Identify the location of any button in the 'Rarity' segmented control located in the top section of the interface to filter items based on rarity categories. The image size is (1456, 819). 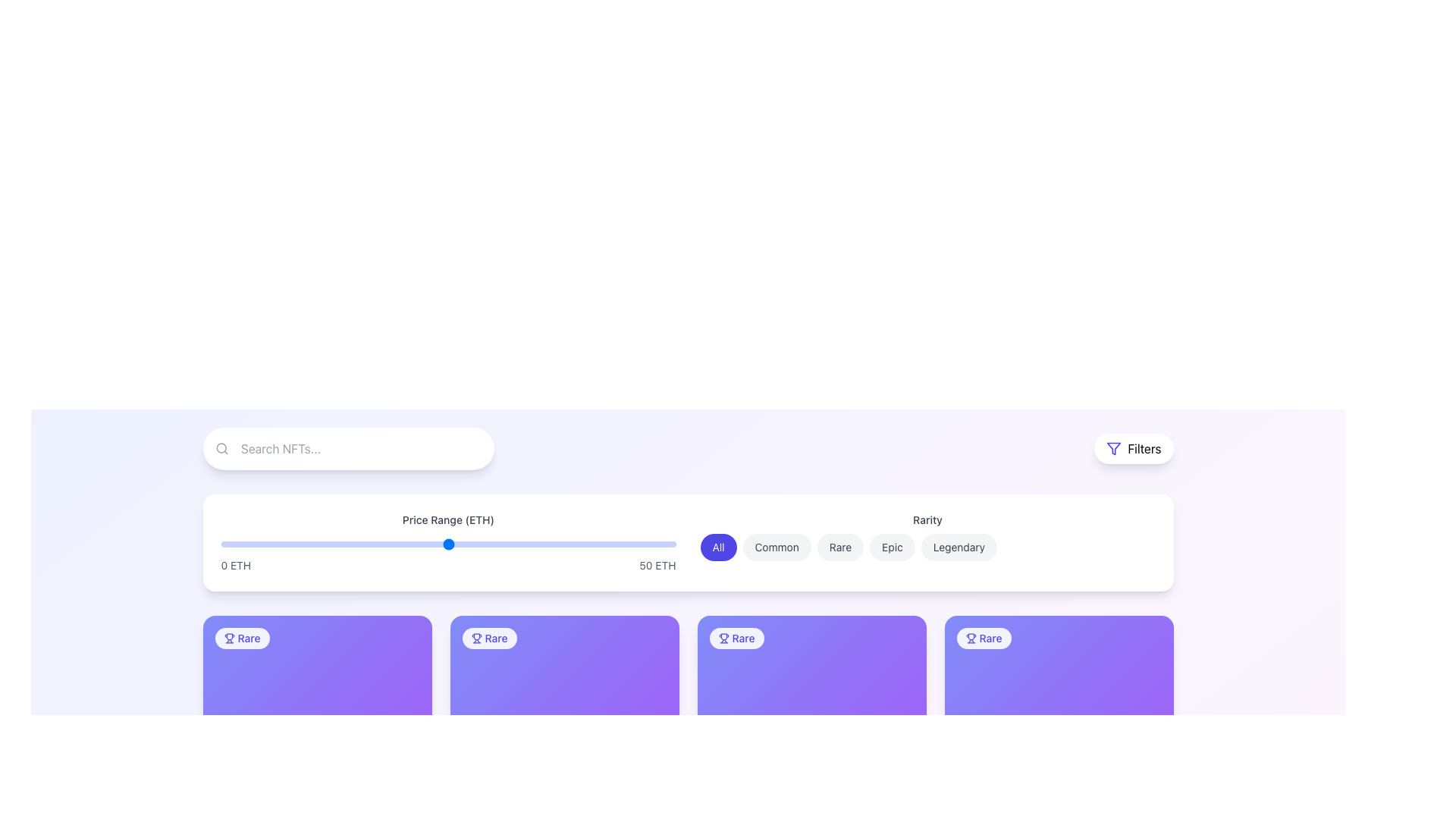
(927, 542).